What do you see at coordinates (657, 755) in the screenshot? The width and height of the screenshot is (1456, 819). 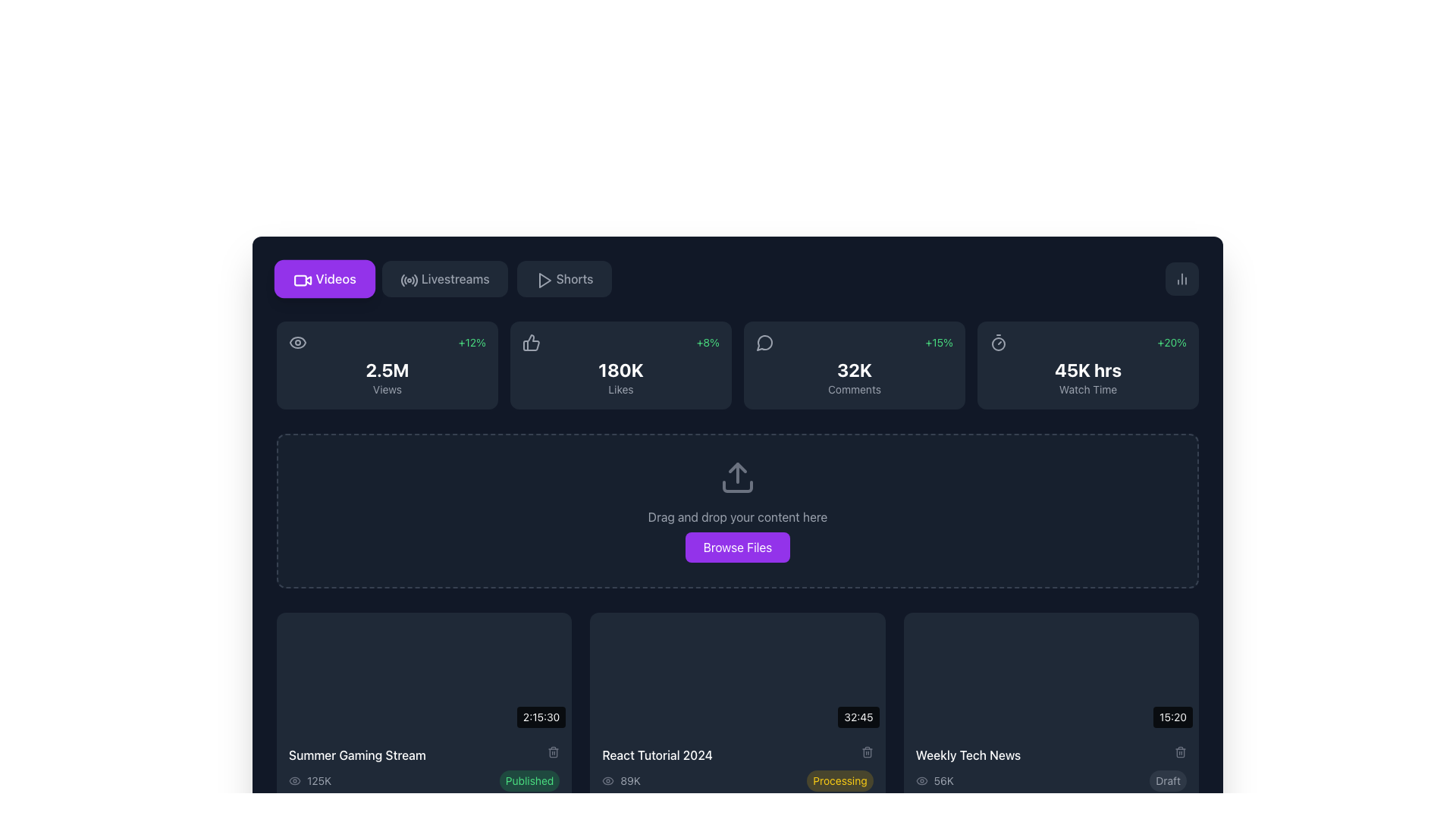 I see `the Text Label displaying 'React Tutorial 2024' which is in bold white font on a dark background, located in the lower section of the layout within a card-like component` at bounding box center [657, 755].